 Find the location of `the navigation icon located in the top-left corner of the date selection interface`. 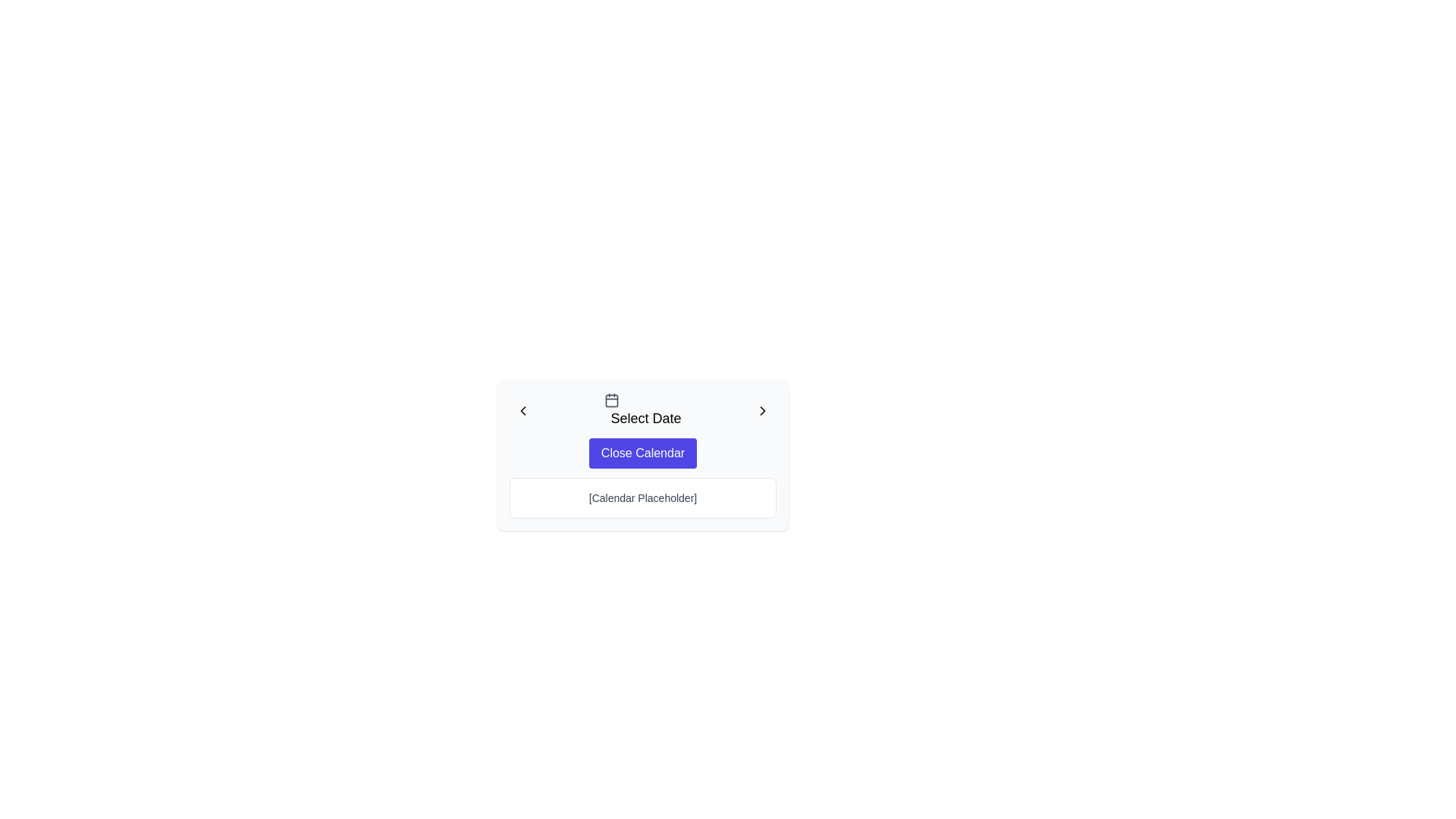

the navigation icon located in the top-left corner of the date selection interface is located at coordinates (523, 411).